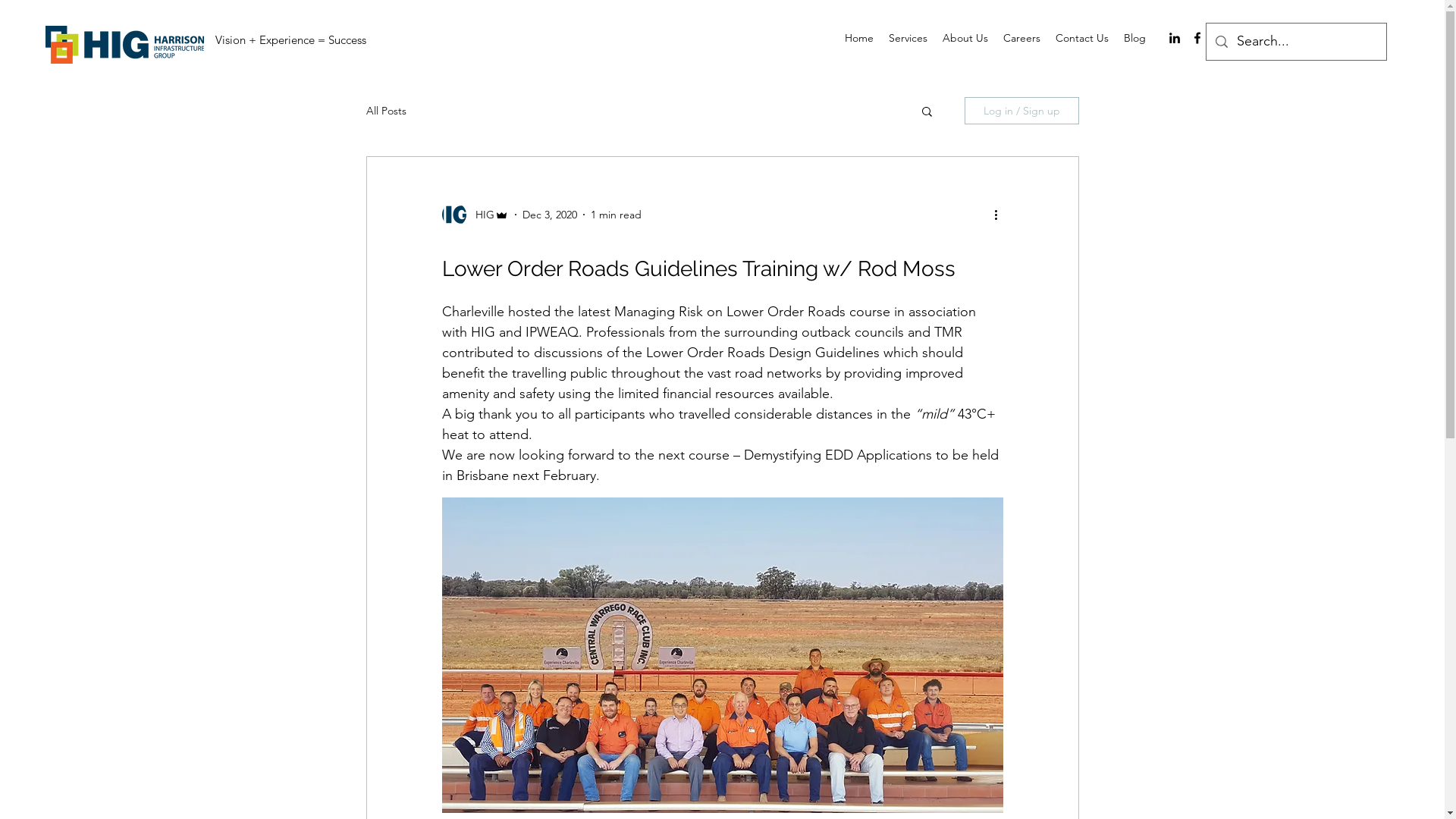 The image size is (1456, 819). I want to click on 'Services', so click(908, 37).